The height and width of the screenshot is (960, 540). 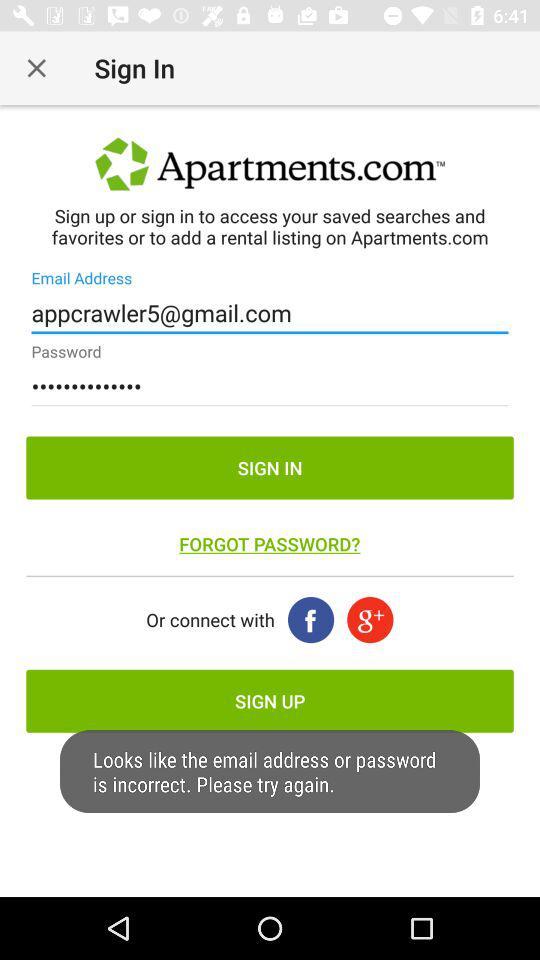 What do you see at coordinates (36, 68) in the screenshot?
I see `close` at bounding box center [36, 68].